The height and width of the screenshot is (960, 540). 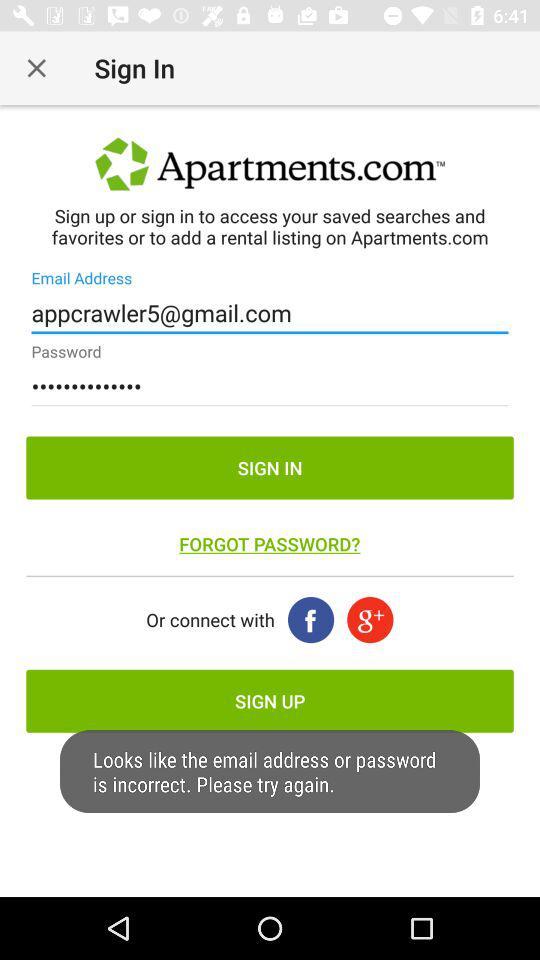 What do you see at coordinates (36, 68) in the screenshot?
I see `close` at bounding box center [36, 68].